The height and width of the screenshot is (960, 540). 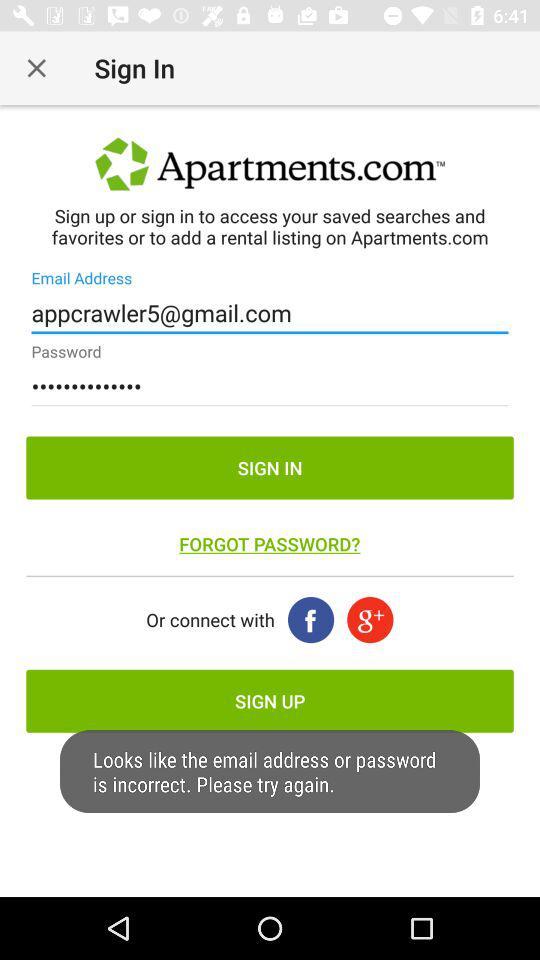 What do you see at coordinates (36, 68) in the screenshot?
I see `close` at bounding box center [36, 68].